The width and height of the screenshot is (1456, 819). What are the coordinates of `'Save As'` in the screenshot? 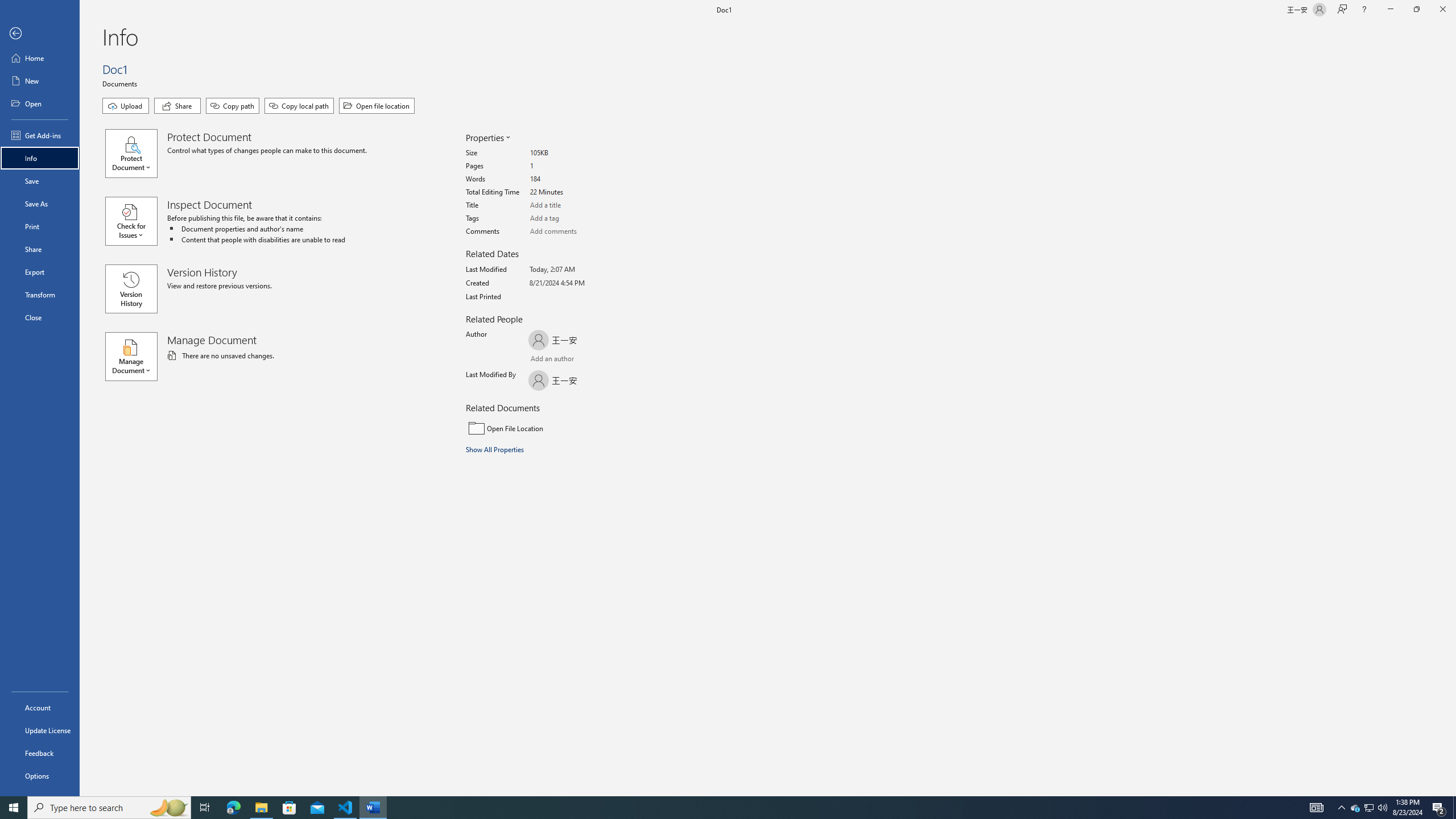 It's located at (39, 202).